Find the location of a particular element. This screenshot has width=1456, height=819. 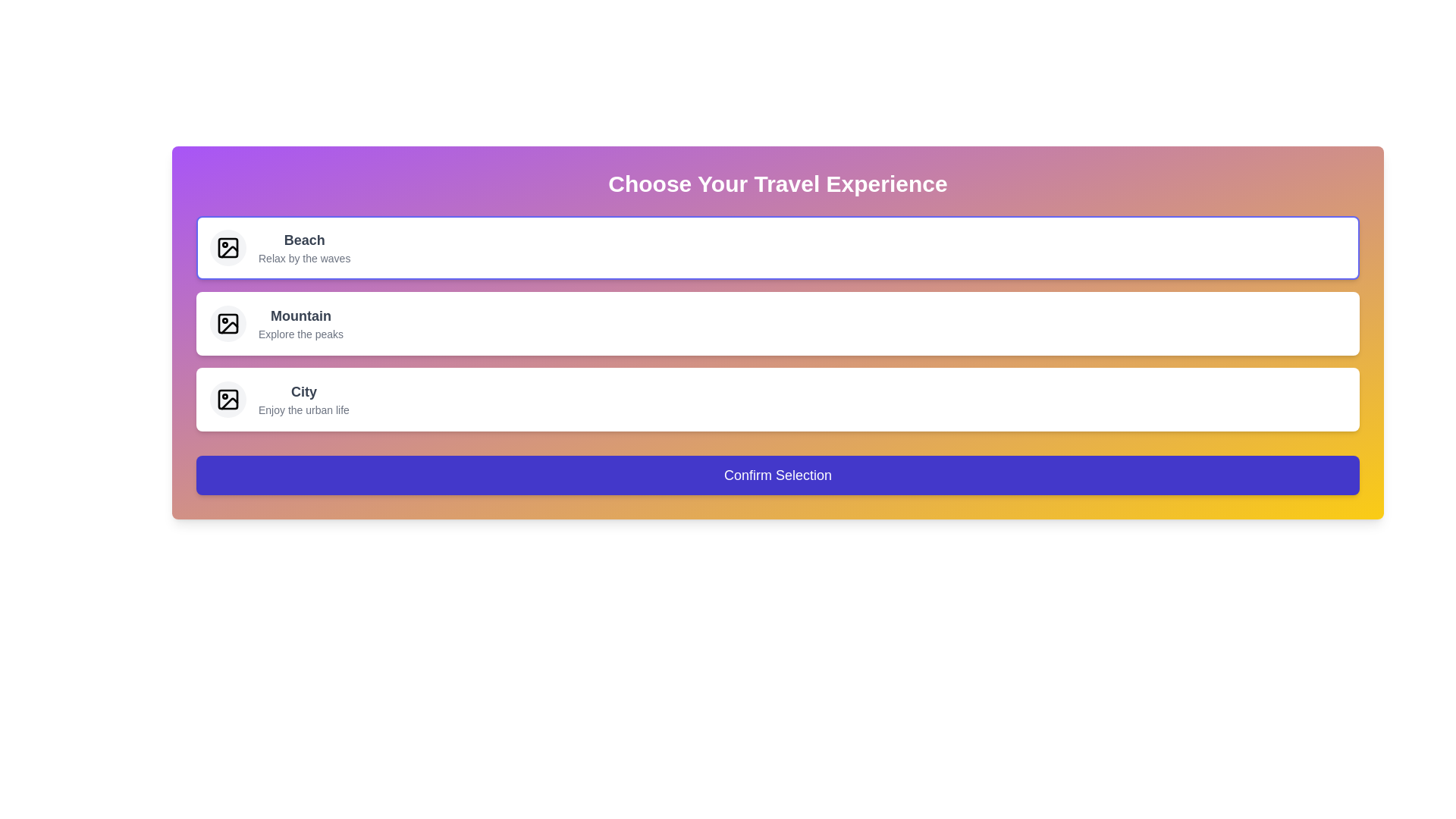

the descriptive text that enhances the user's understanding of the option 'City', which is located in the third option of the list directly below the heading is located at coordinates (303, 409).